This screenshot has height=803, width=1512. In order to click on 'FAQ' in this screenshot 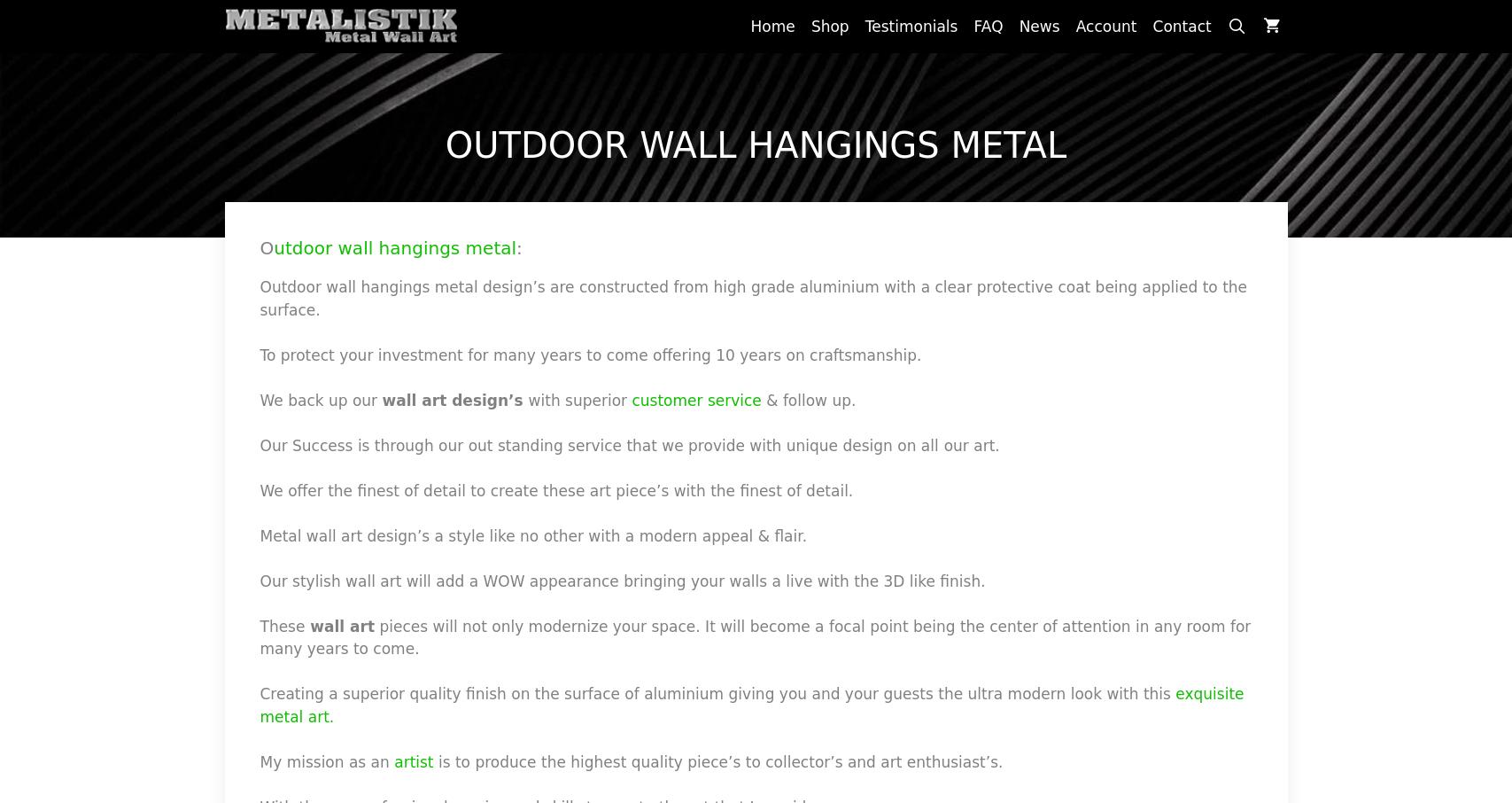, I will do `click(987, 25)`.